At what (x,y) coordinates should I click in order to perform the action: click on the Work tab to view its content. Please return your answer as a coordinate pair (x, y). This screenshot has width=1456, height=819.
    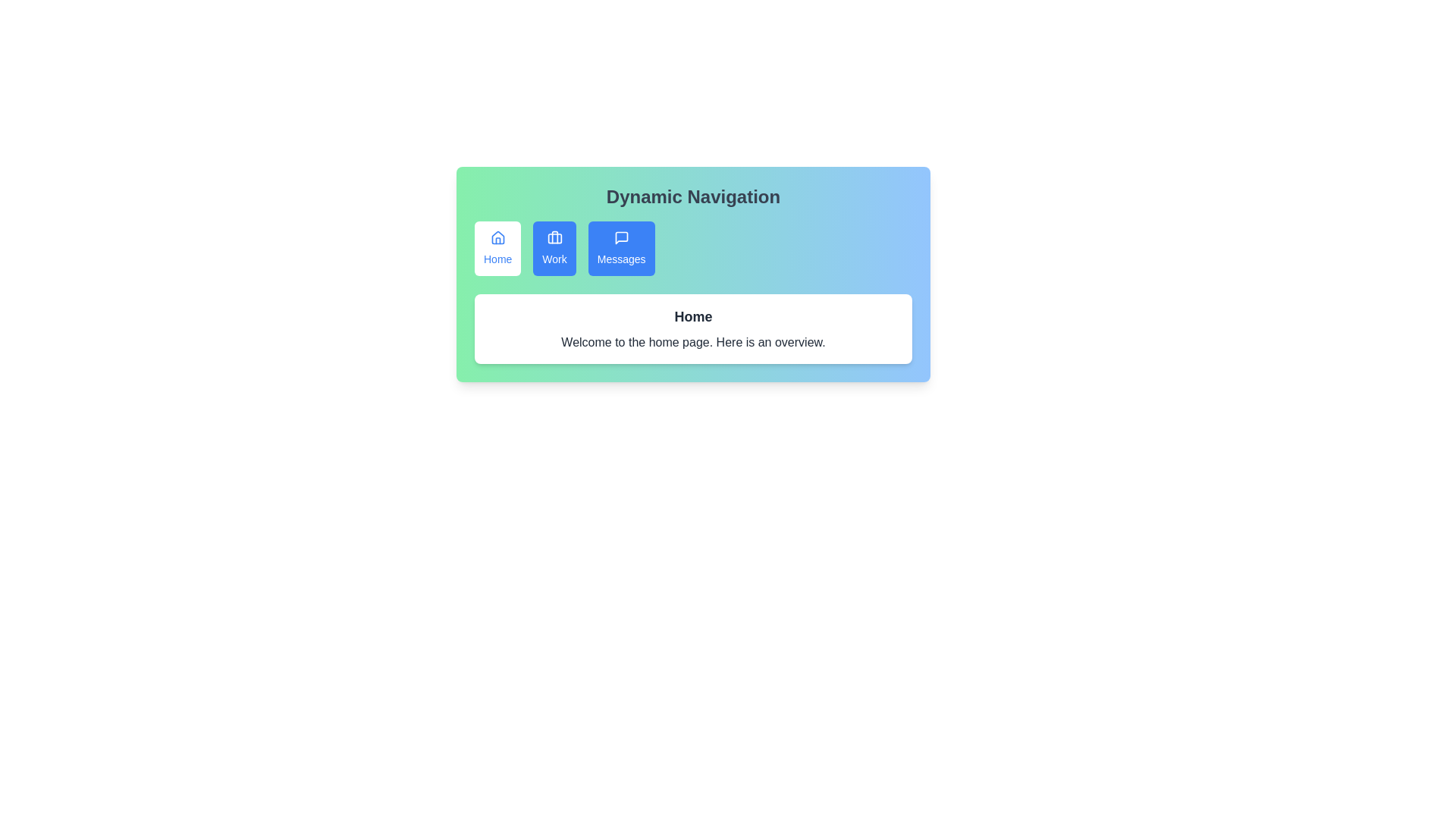
    Looking at the image, I should click on (553, 247).